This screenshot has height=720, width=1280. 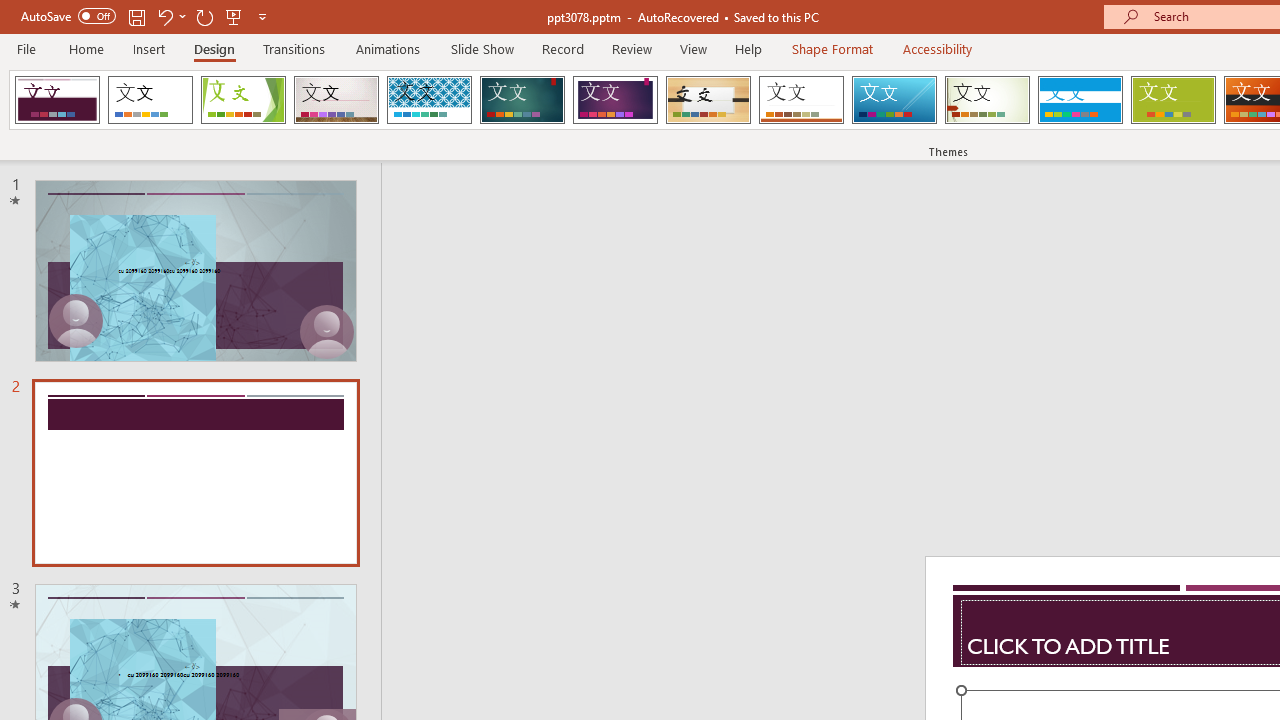 What do you see at coordinates (987, 100) in the screenshot?
I see `'Wisp'` at bounding box center [987, 100].